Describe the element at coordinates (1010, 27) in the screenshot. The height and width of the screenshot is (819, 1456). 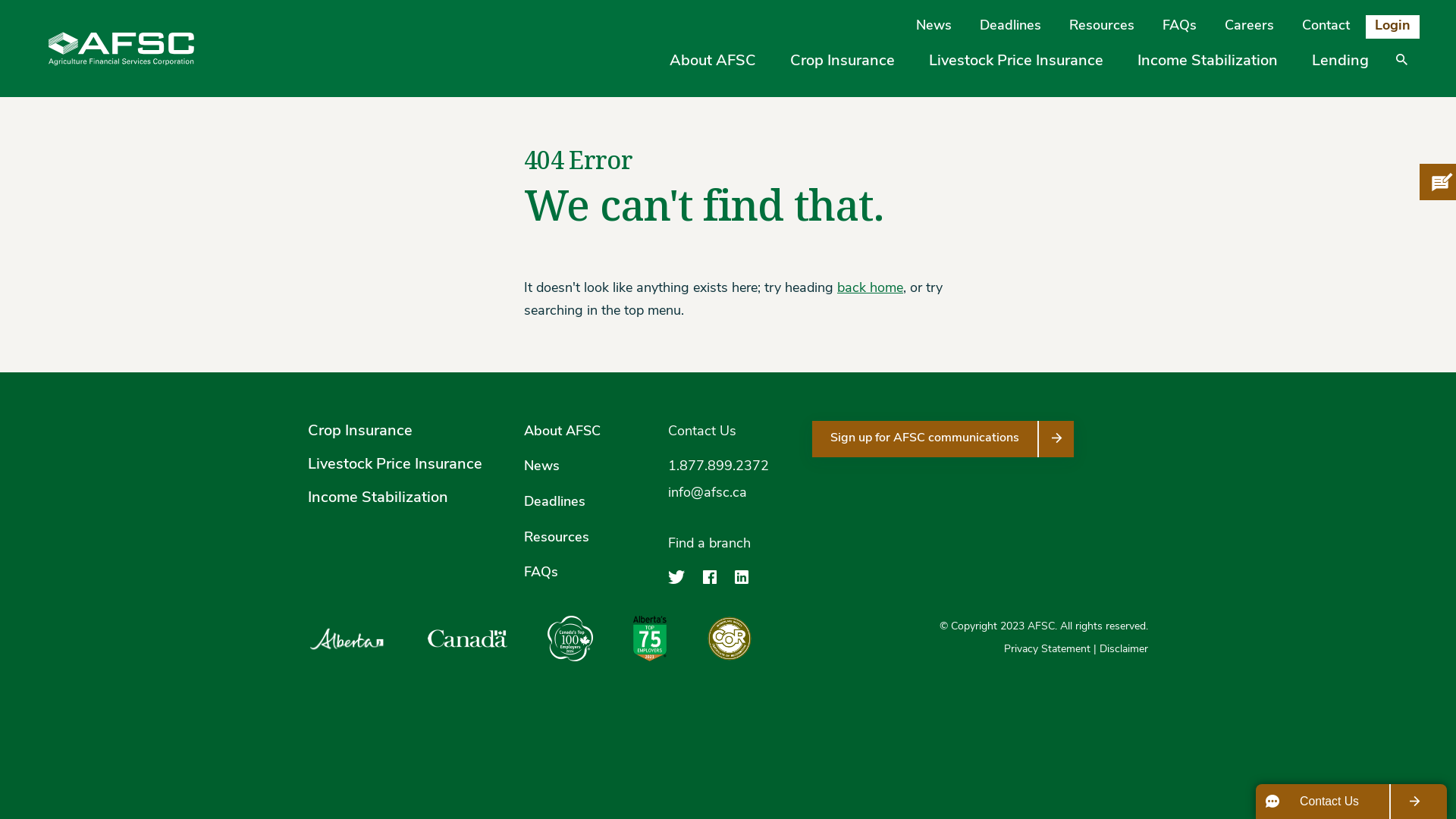
I see `'Deadlines'` at that location.